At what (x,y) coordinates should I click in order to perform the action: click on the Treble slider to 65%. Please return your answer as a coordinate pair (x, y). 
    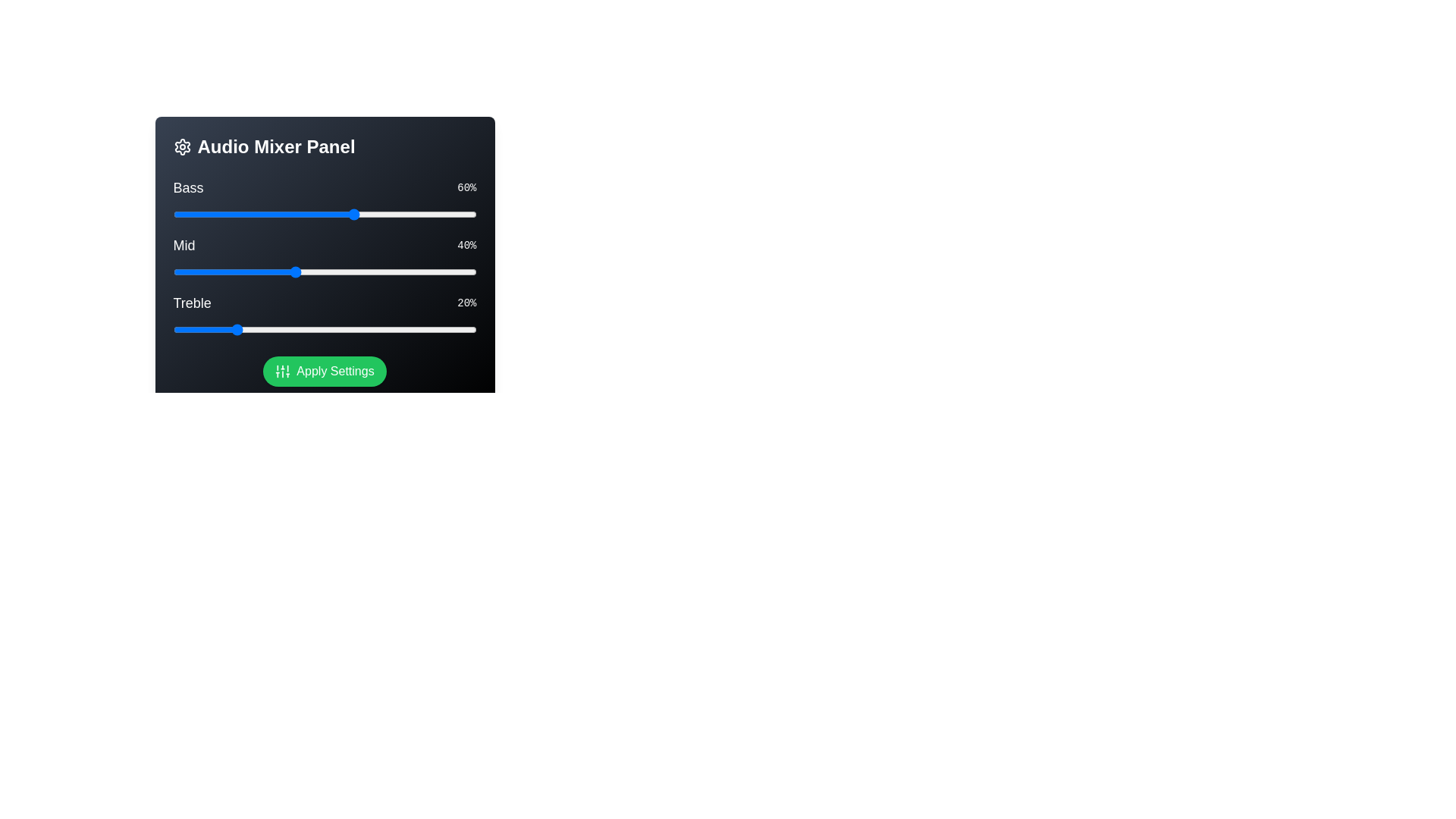
    Looking at the image, I should click on (370, 329).